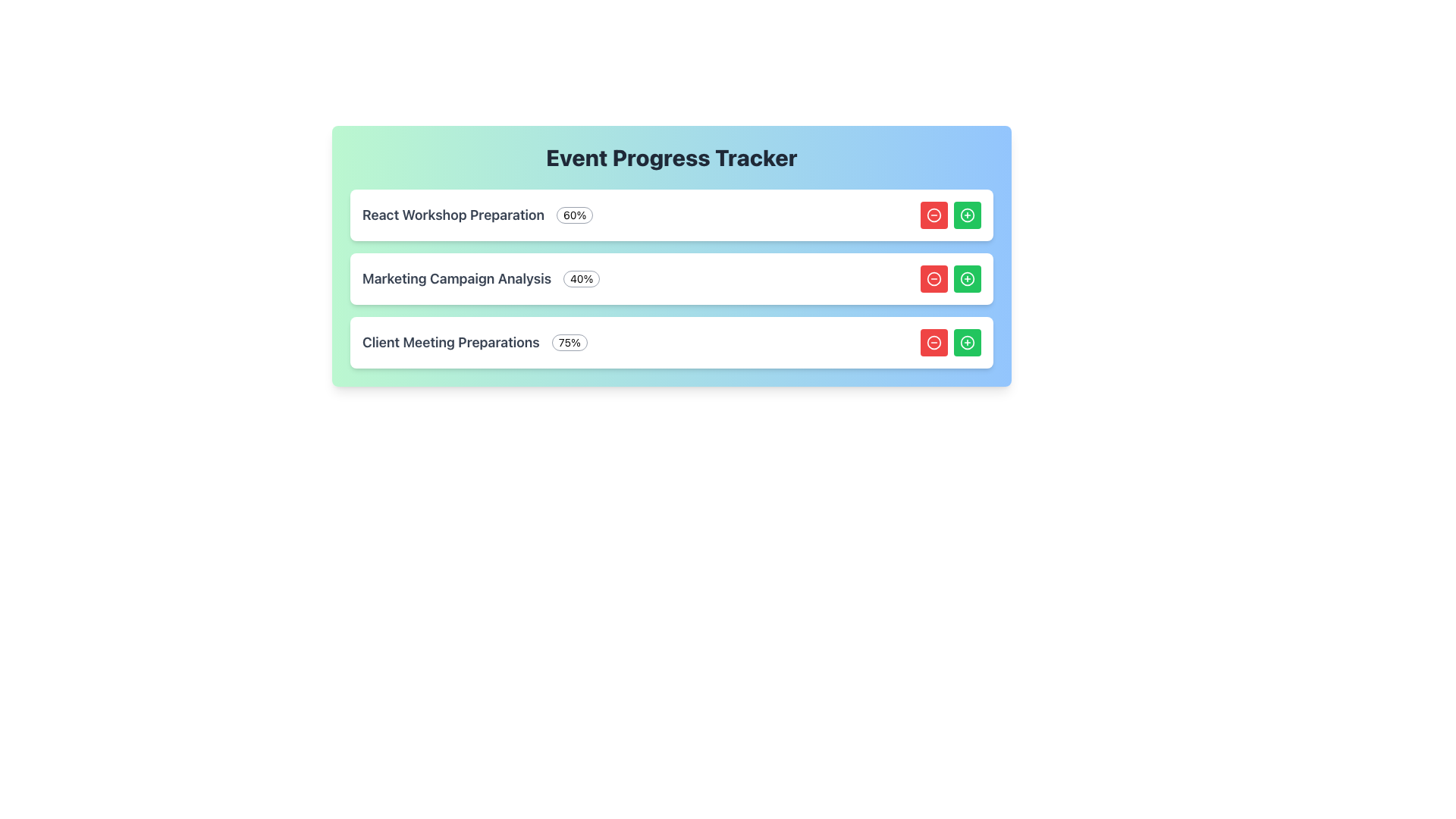 The width and height of the screenshot is (1456, 819). Describe the element at coordinates (456, 278) in the screenshot. I see `the Text Label that describes the progress entry for 'Marketing Campaign Analysis', which is located in the second row of a vertical layout` at that location.